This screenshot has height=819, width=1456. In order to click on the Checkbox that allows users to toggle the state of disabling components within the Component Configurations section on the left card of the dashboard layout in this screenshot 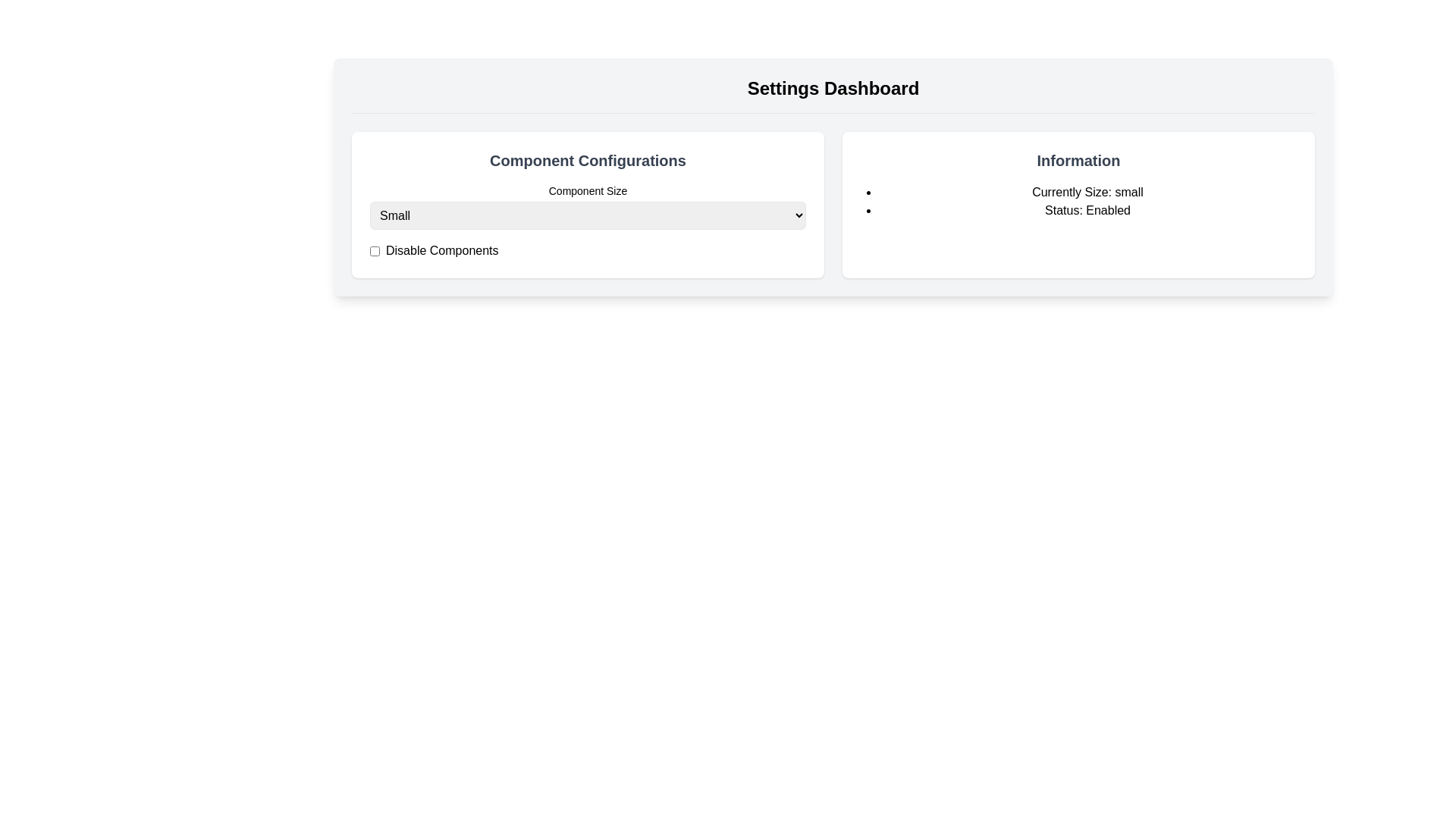, I will do `click(375, 250)`.